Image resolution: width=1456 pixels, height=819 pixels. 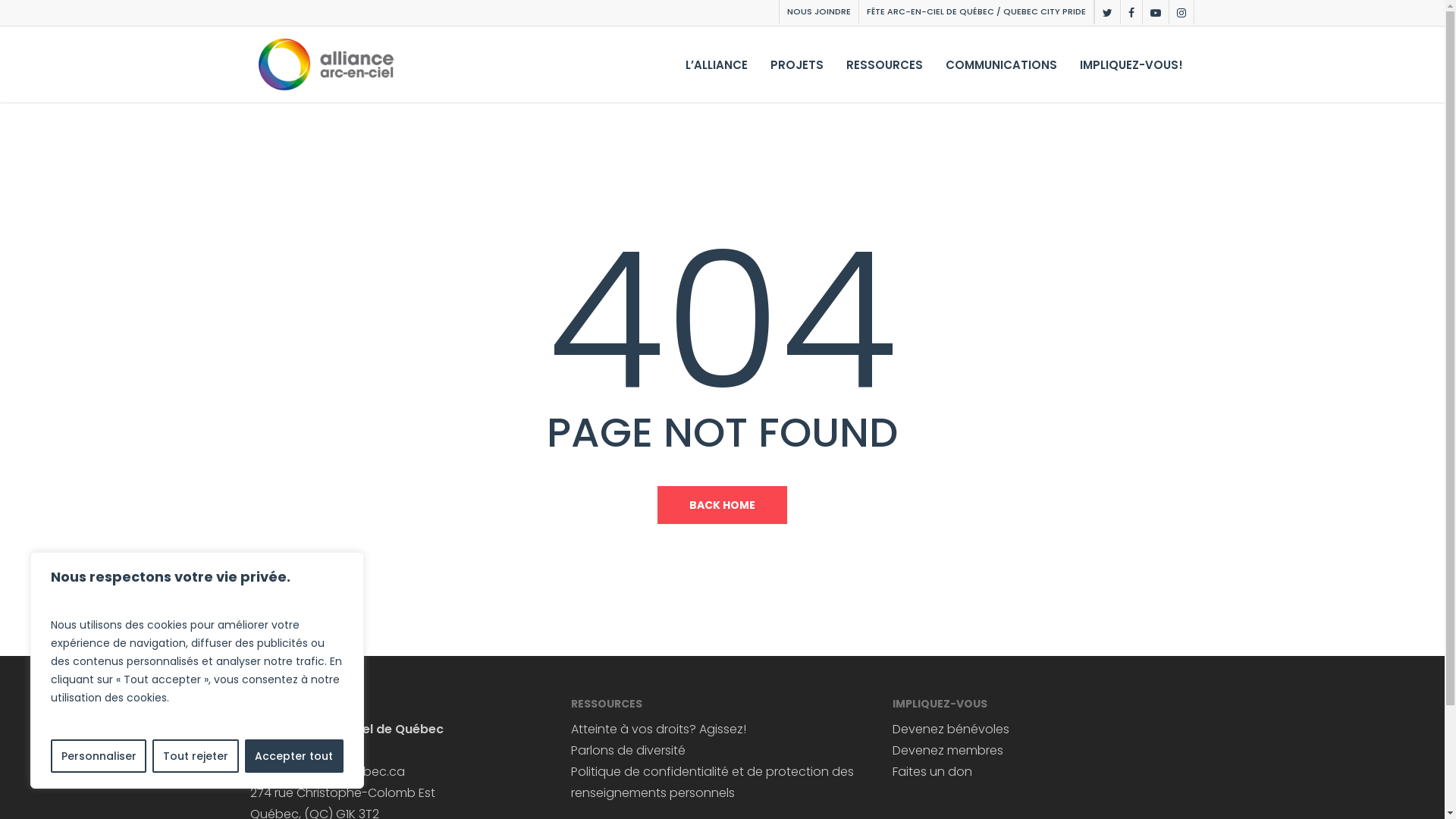 I want to click on 'YOUTUBE', so click(x=1154, y=11).